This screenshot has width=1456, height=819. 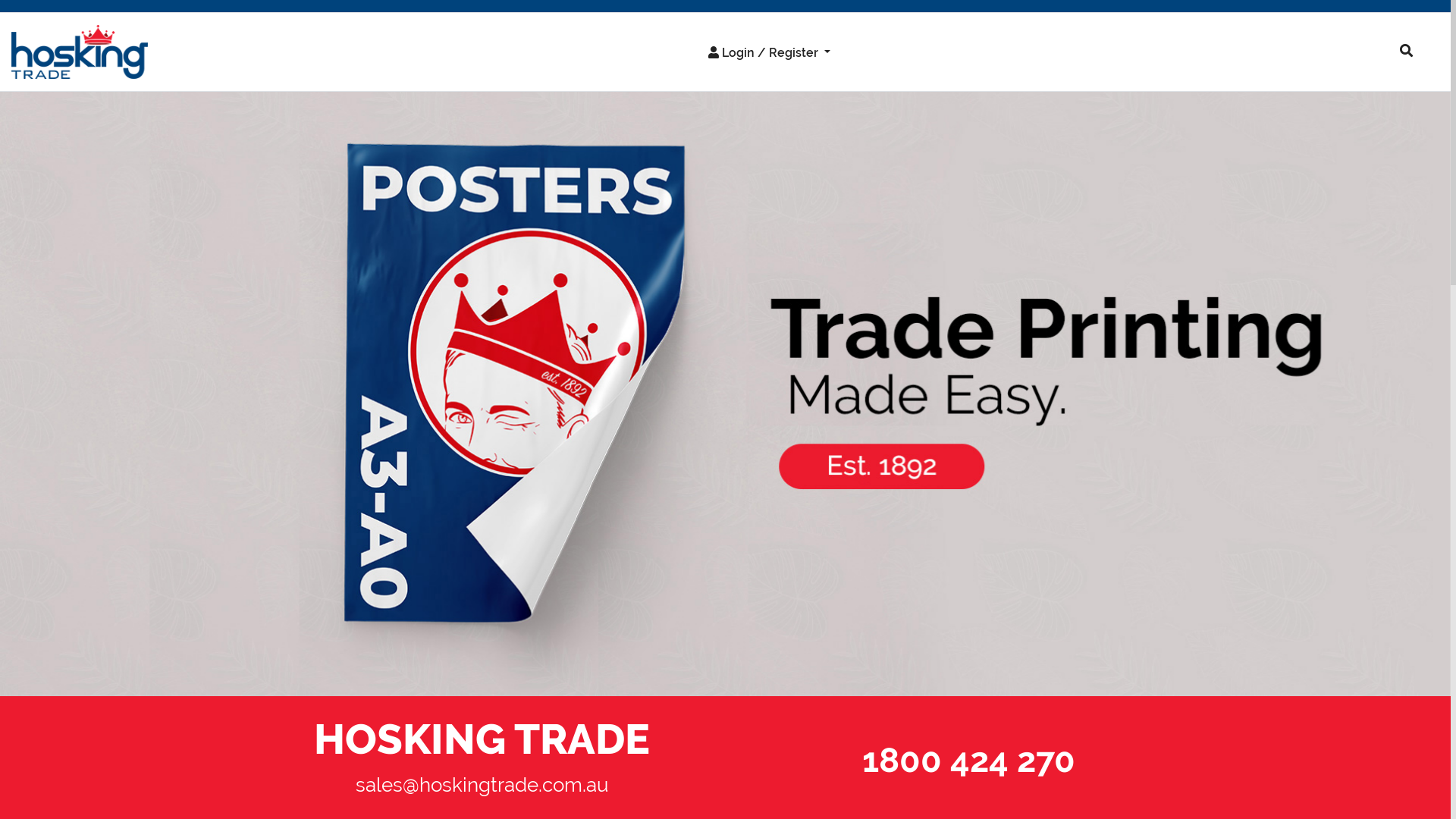 What do you see at coordinates (695, 52) in the screenshot?
I see `'Login / Register'` at bounding box center [695, 52].